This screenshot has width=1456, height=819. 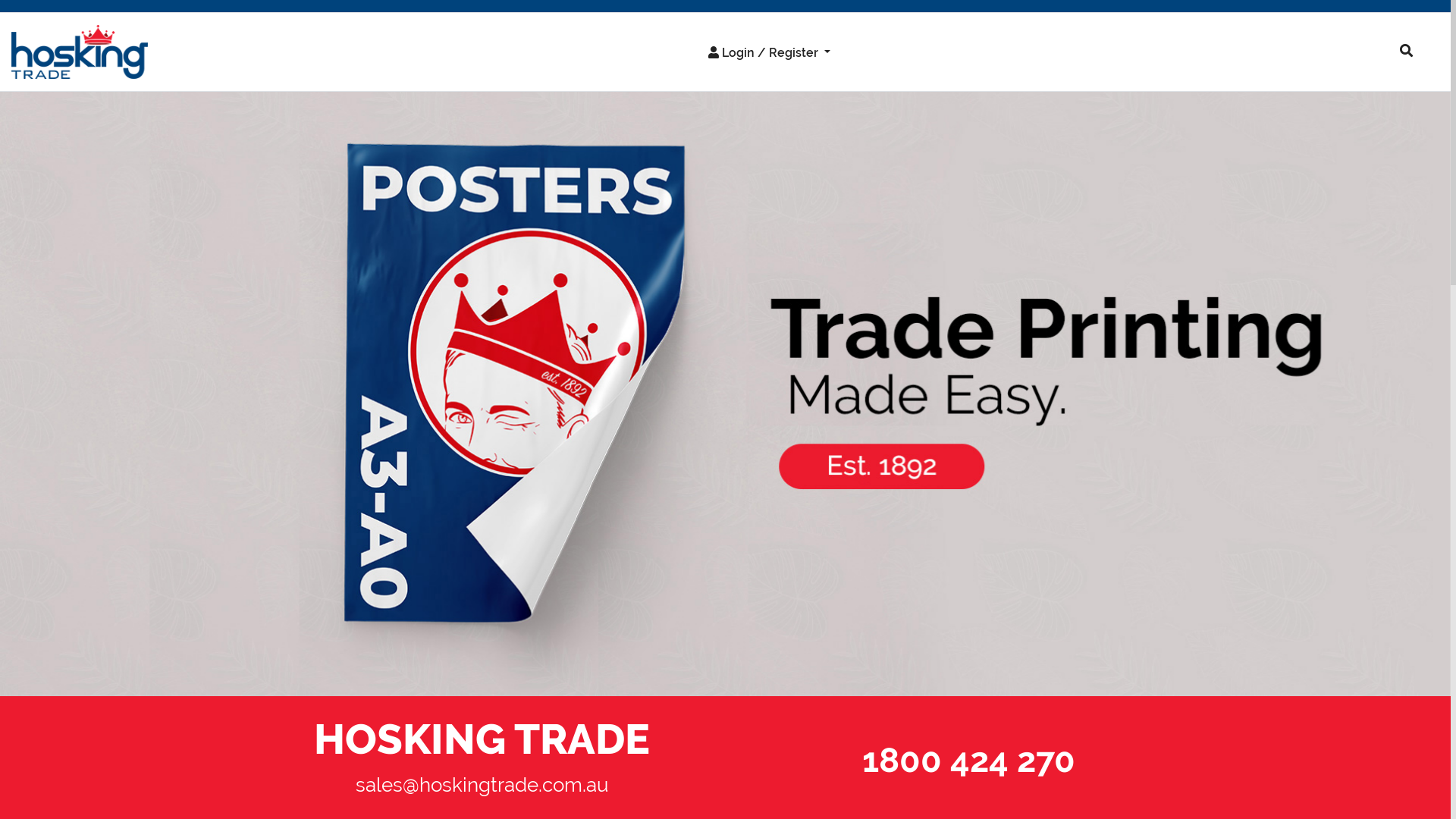 What do you see at coordinates (695, 52) in the screenshot?
I see `'Login / Register'` at bounding box center [695, 52].